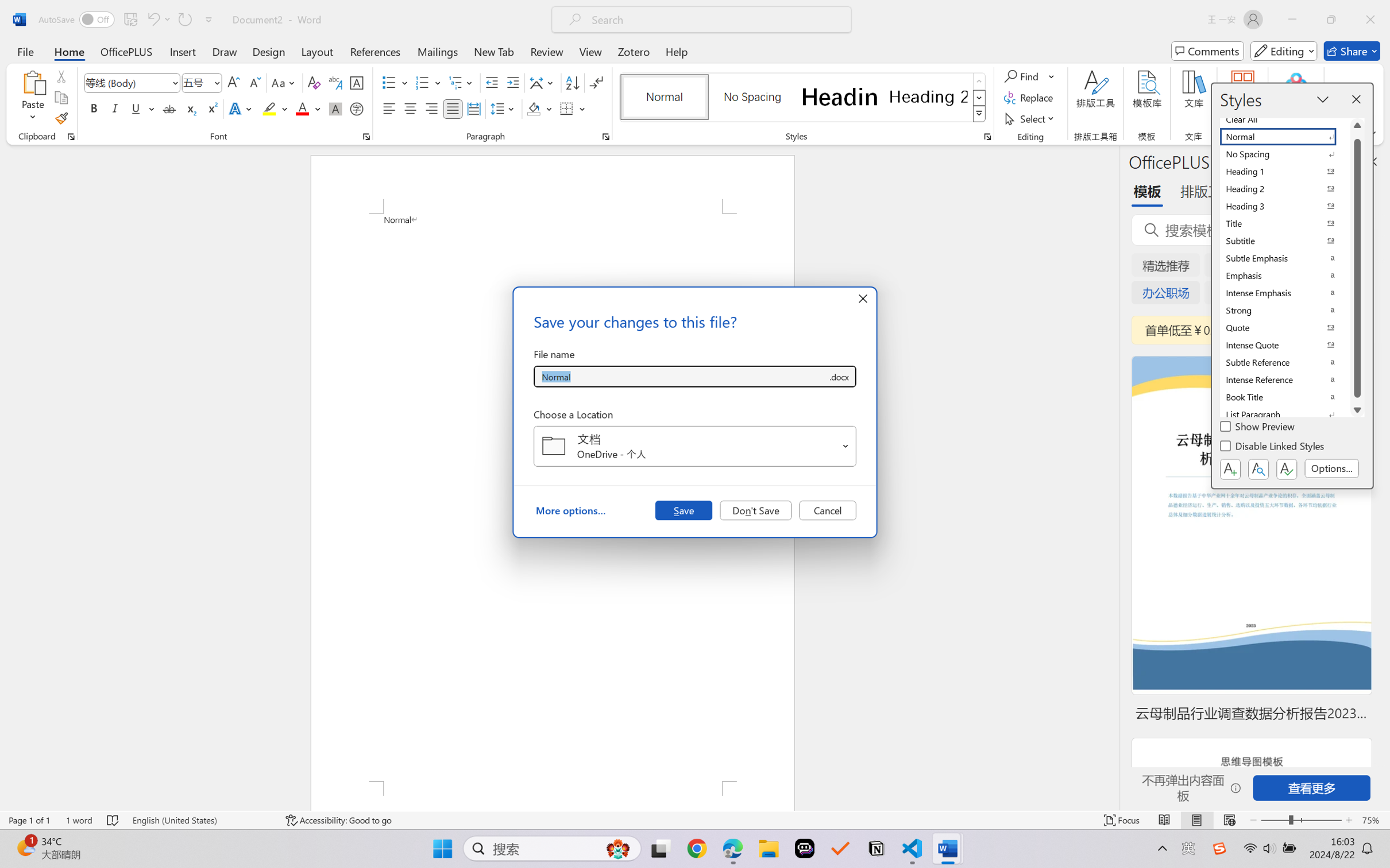 The height and width of the screenshot is (868, 1390). I want to click on 'Strikethrough', so click(169, 108).